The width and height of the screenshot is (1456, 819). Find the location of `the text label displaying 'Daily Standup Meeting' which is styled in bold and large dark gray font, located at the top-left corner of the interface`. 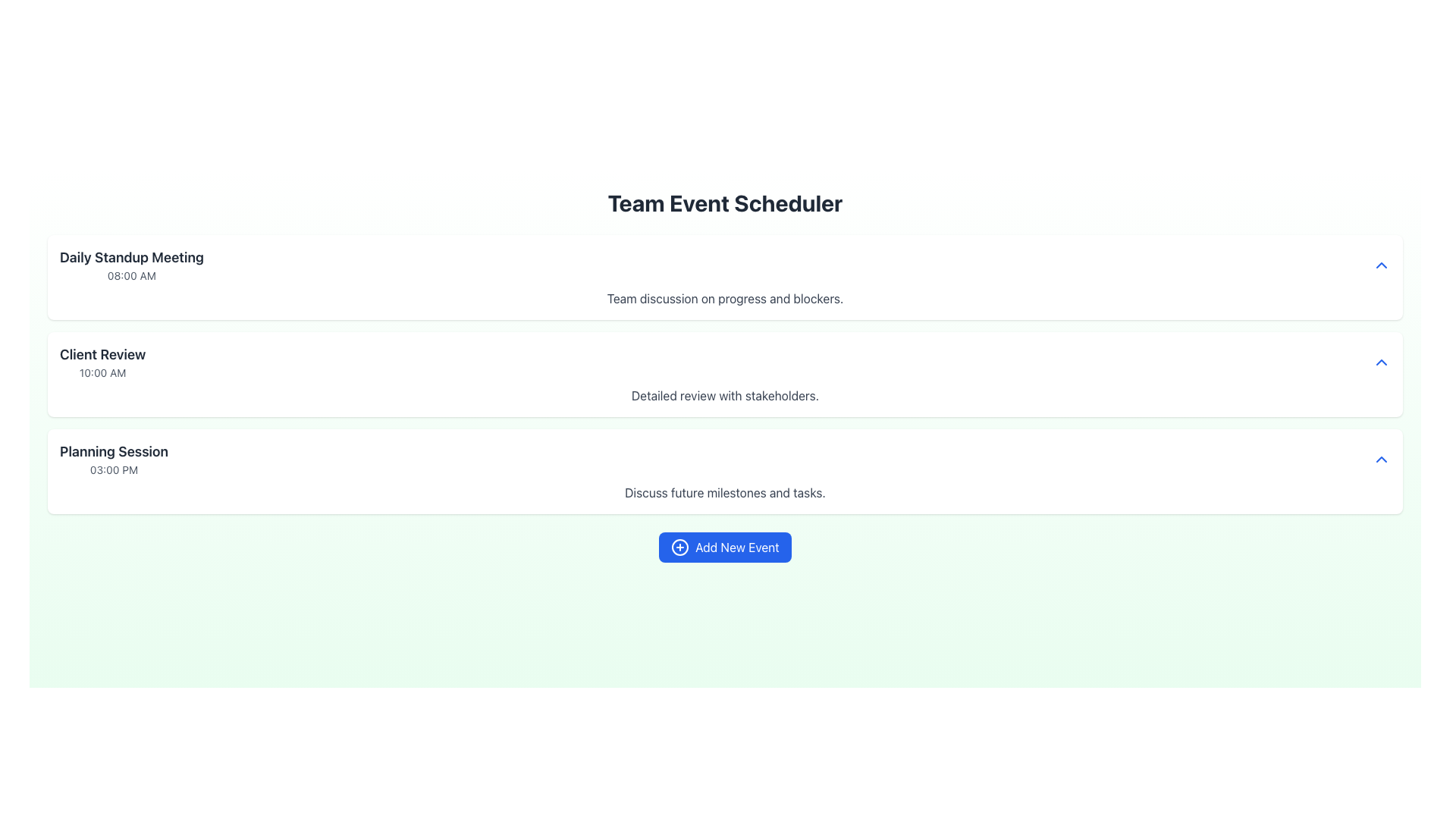

the text label displaying 'Daily Standup Meeting' which is styled in bold and large dark gray font, located at the top-left corner of the interface is located at coordinates (131, 256).